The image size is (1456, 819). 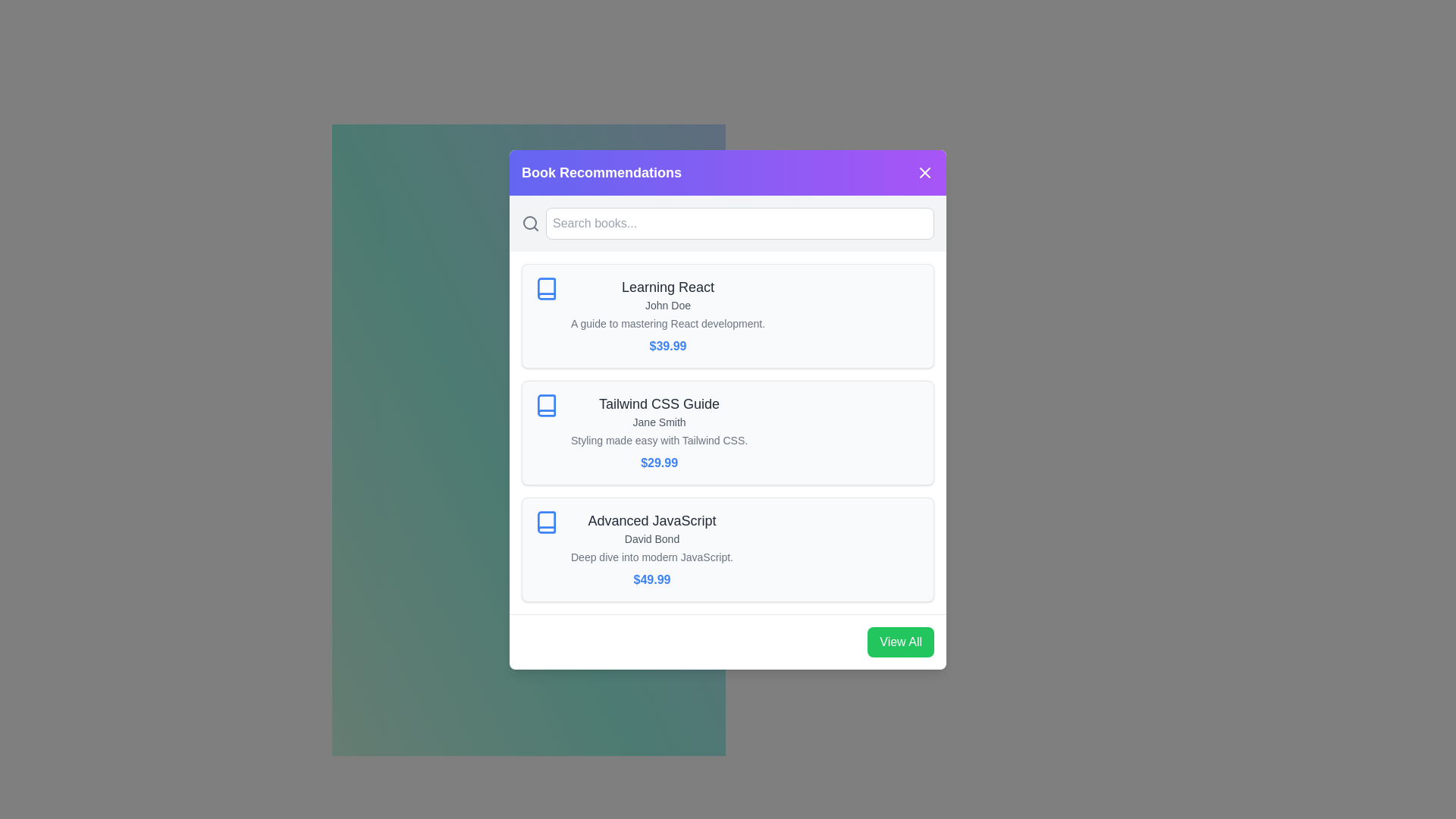 What do you see at coordinates (651, 549) in the screenshot?
I see `the course listing for 'Advanced JavaScript' by 'David Bond' in the modal dialog` at bounding box center [651, 549].